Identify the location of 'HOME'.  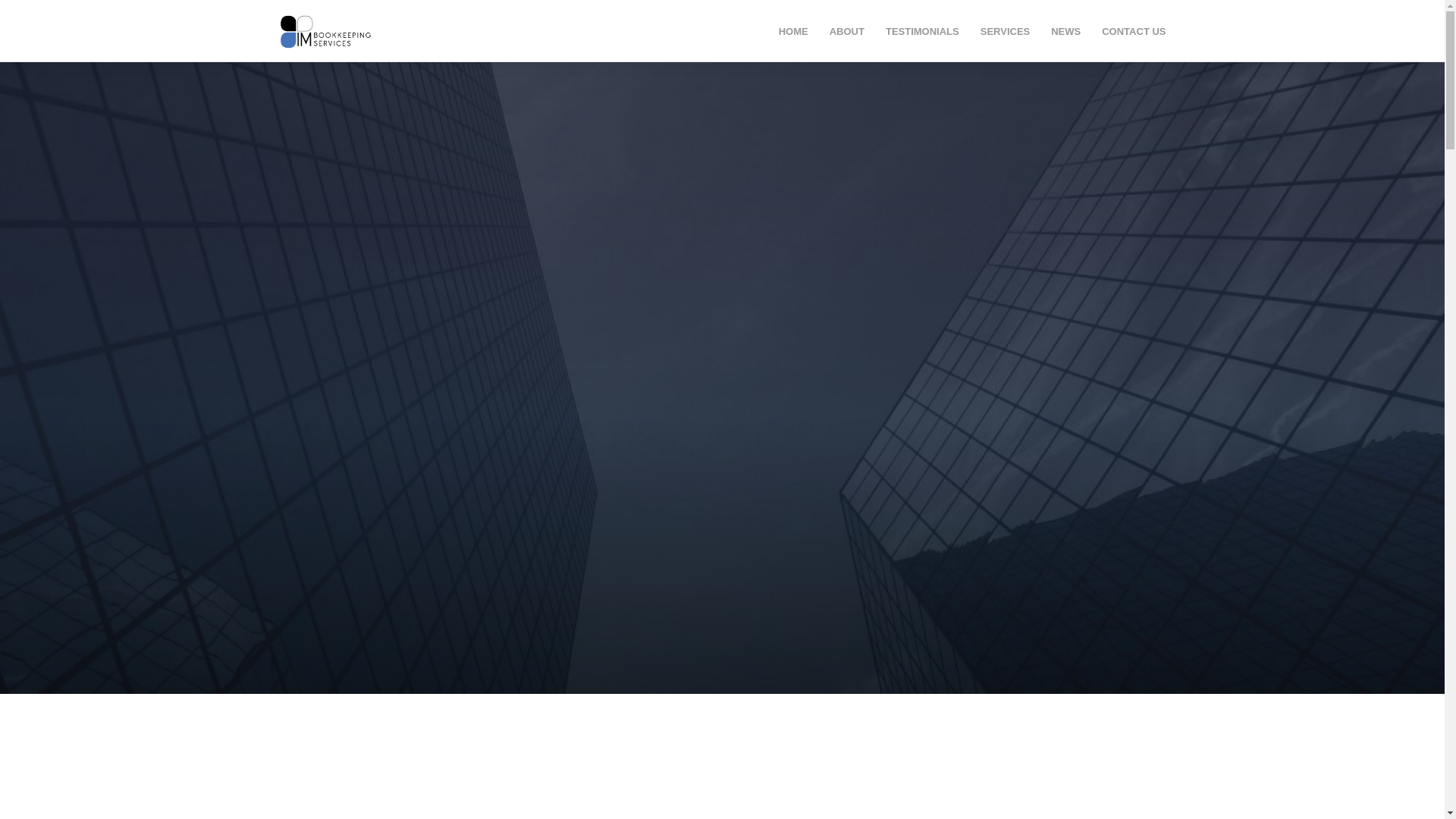
(779, 31).